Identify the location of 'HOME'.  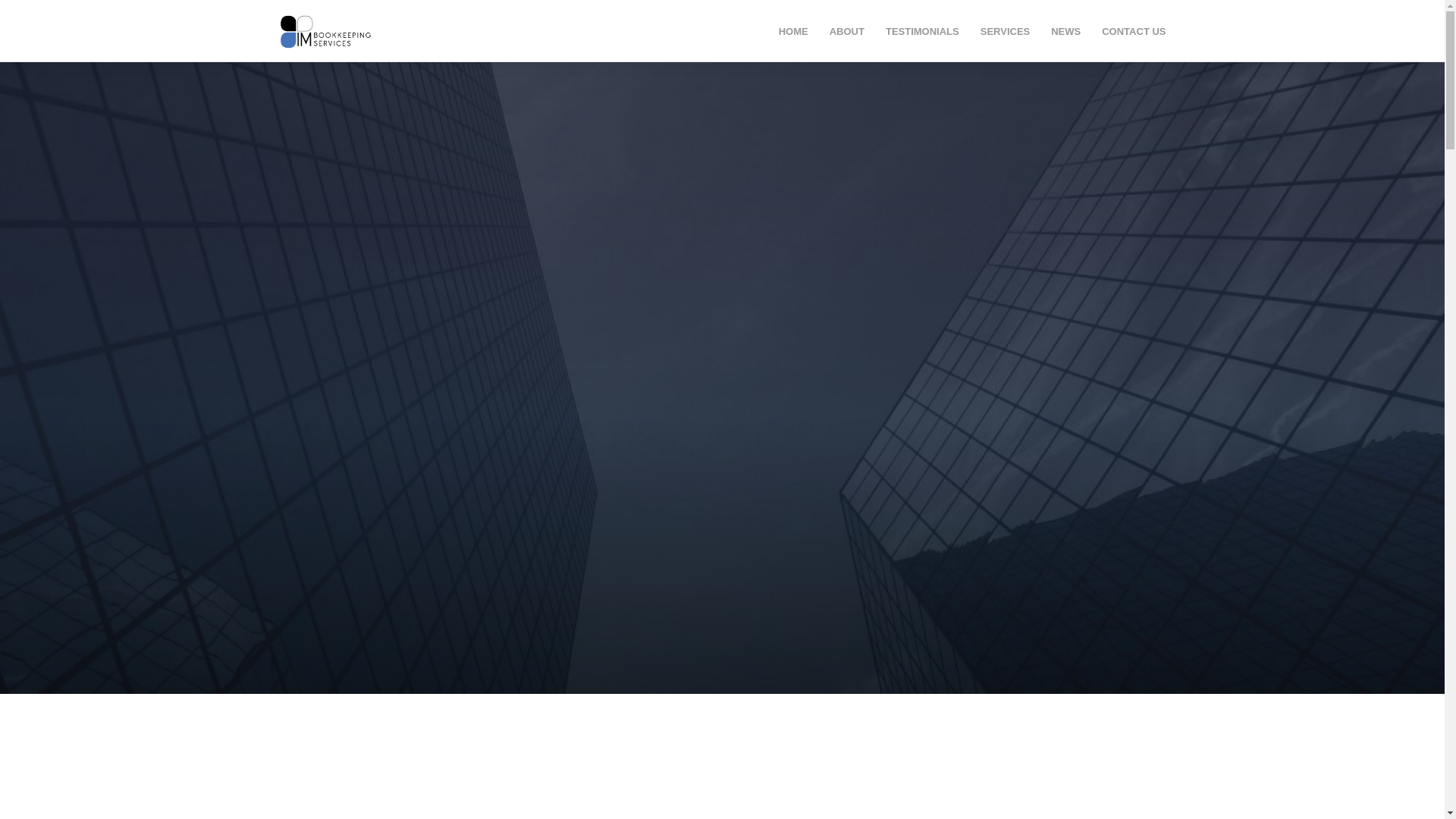
(779, 31).